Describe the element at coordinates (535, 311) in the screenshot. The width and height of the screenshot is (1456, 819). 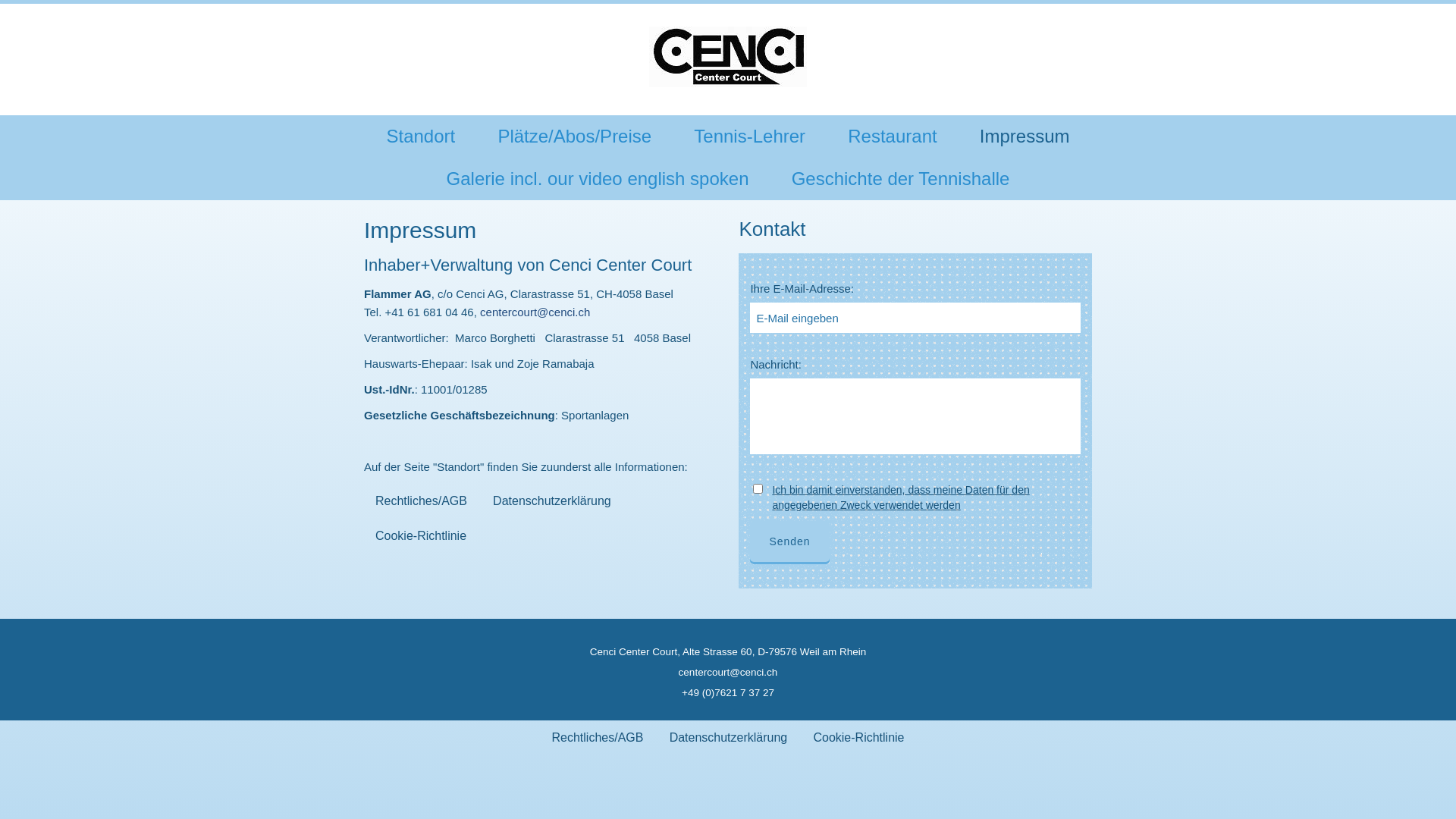
I see `'centercourt@cenci.ch'` at that location.